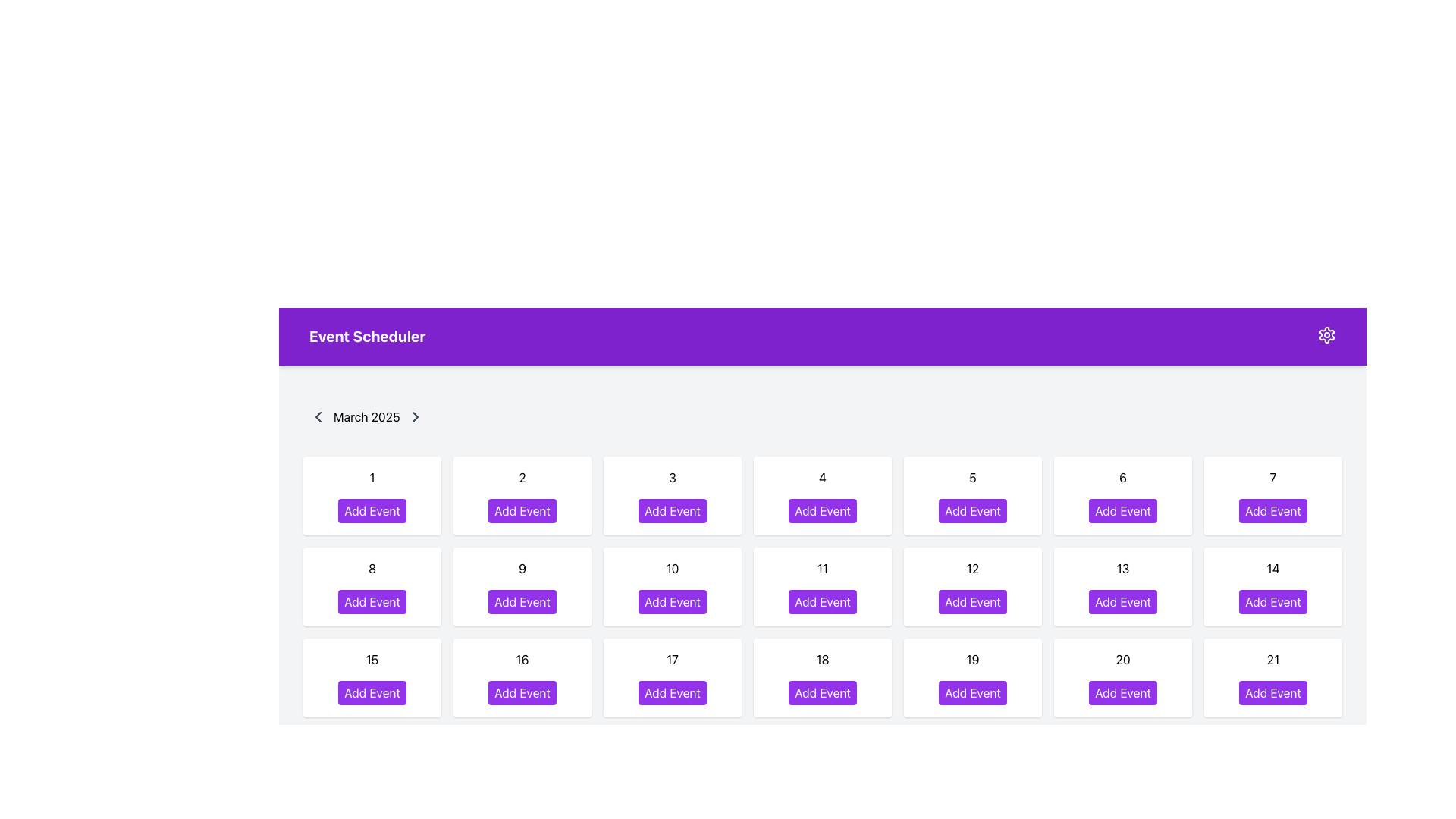 The height and width of the screenshot is (819, 1456). I want to click on the 'Add Event' button with a white text on a vivid purple background located under the header 'March 2025', specifically the sixth button in the top row of the calendar grid, so click(1123, 511).